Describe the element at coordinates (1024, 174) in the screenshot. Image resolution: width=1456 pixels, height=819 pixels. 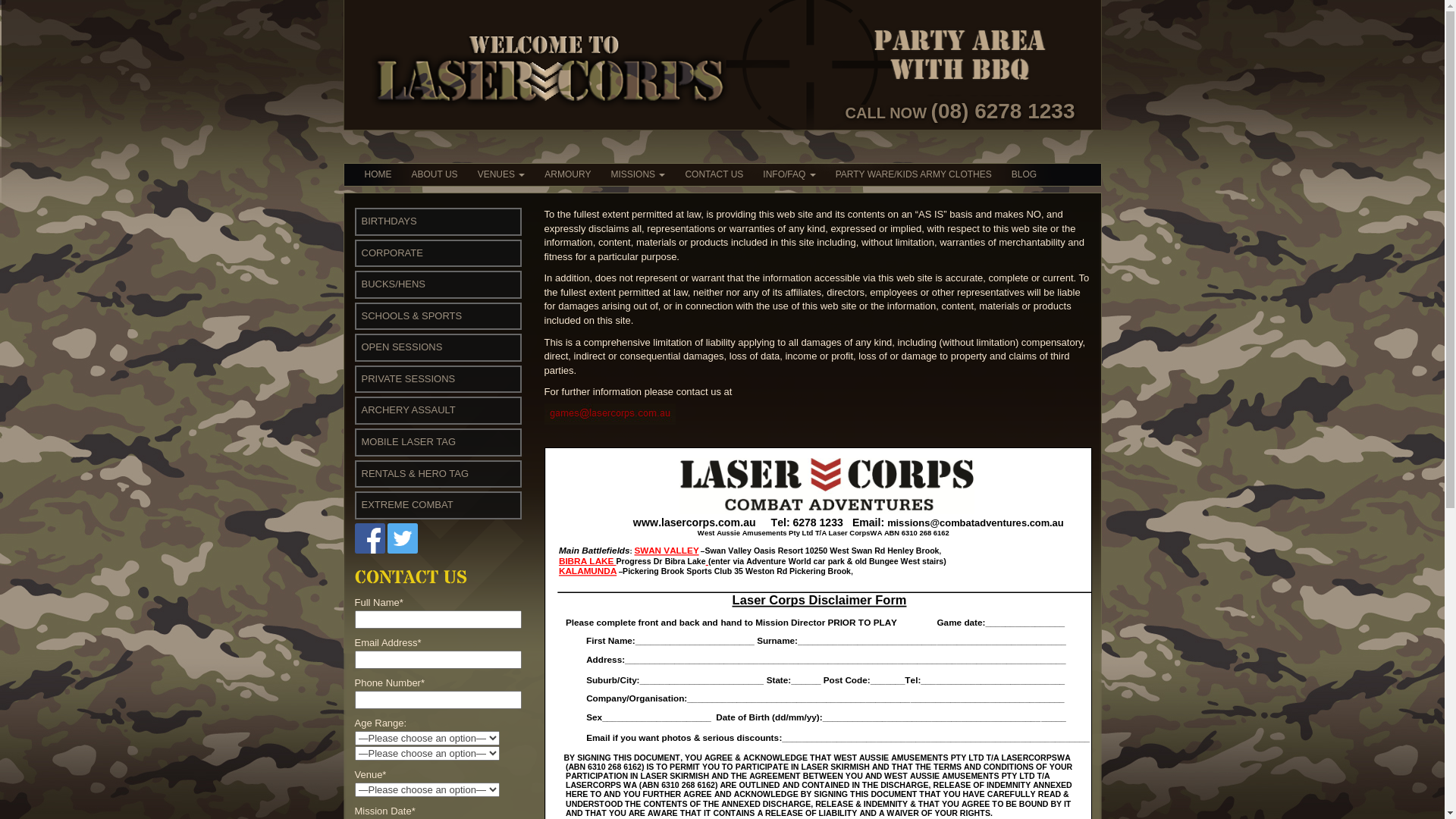
I see `'BLOG'` at that location.